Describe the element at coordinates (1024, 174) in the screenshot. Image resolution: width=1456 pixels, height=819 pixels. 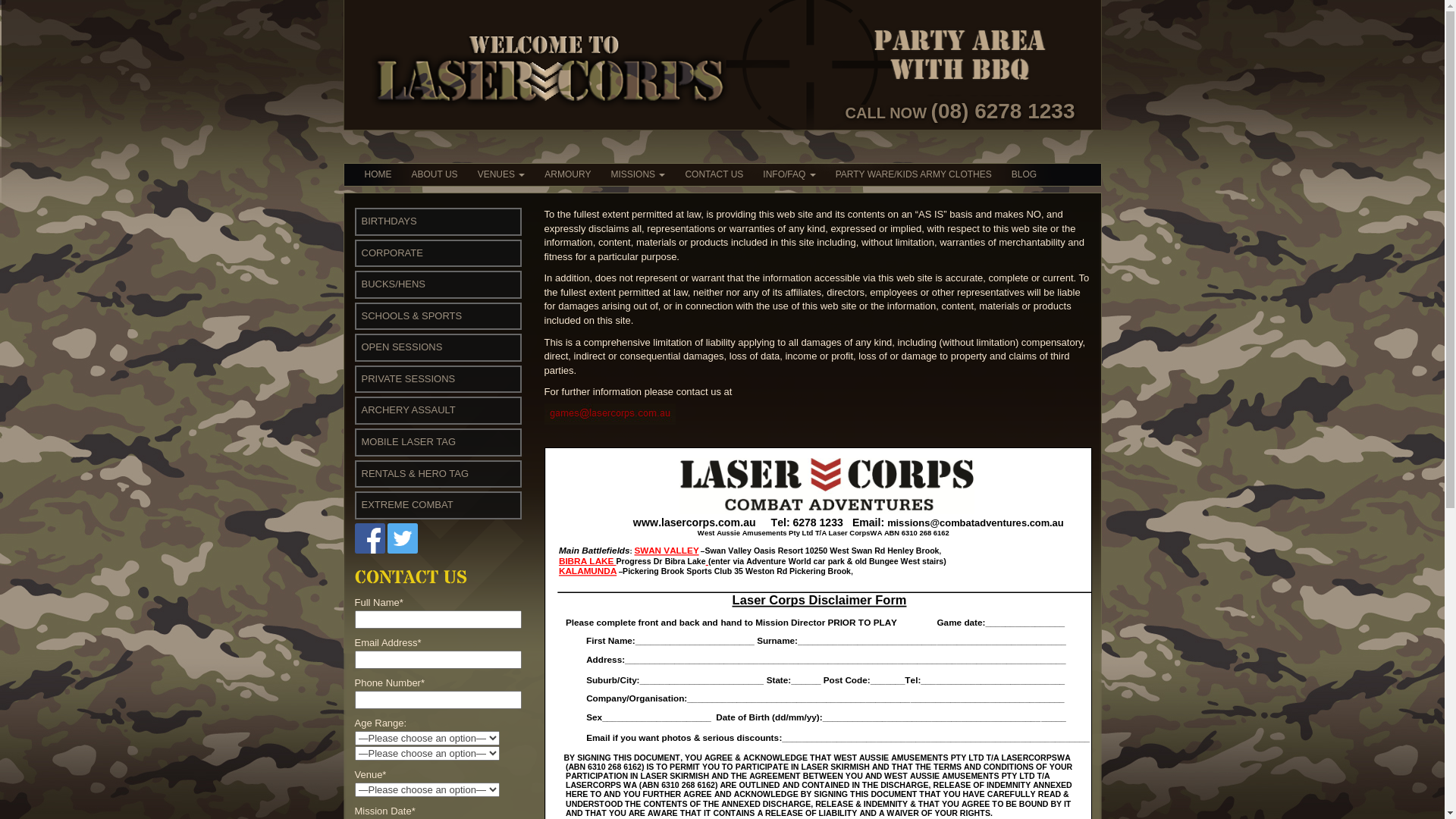
I see `'BLOG'` at that location.